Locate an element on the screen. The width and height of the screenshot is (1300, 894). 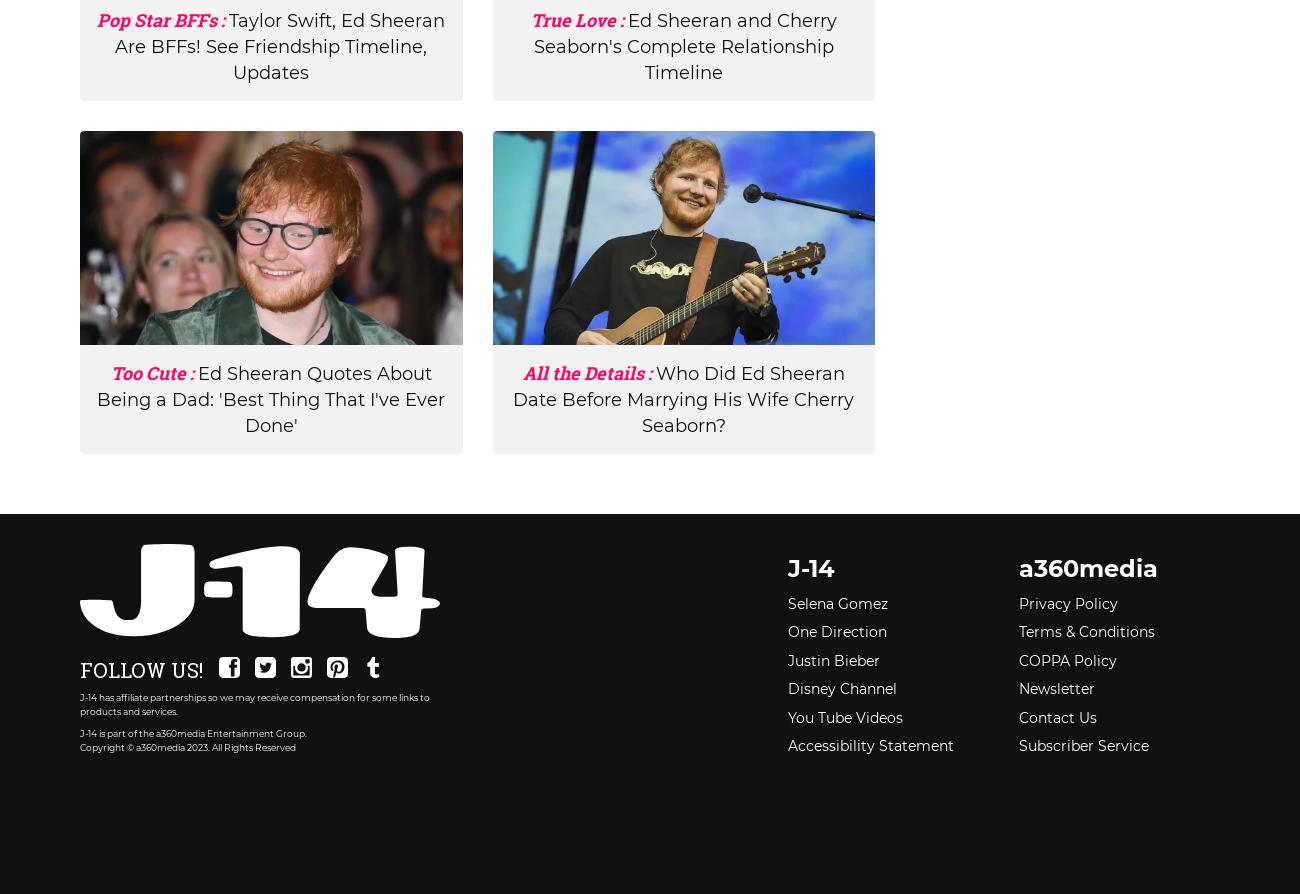
'Accessibility Statement' is located at coordinates (870, 745).